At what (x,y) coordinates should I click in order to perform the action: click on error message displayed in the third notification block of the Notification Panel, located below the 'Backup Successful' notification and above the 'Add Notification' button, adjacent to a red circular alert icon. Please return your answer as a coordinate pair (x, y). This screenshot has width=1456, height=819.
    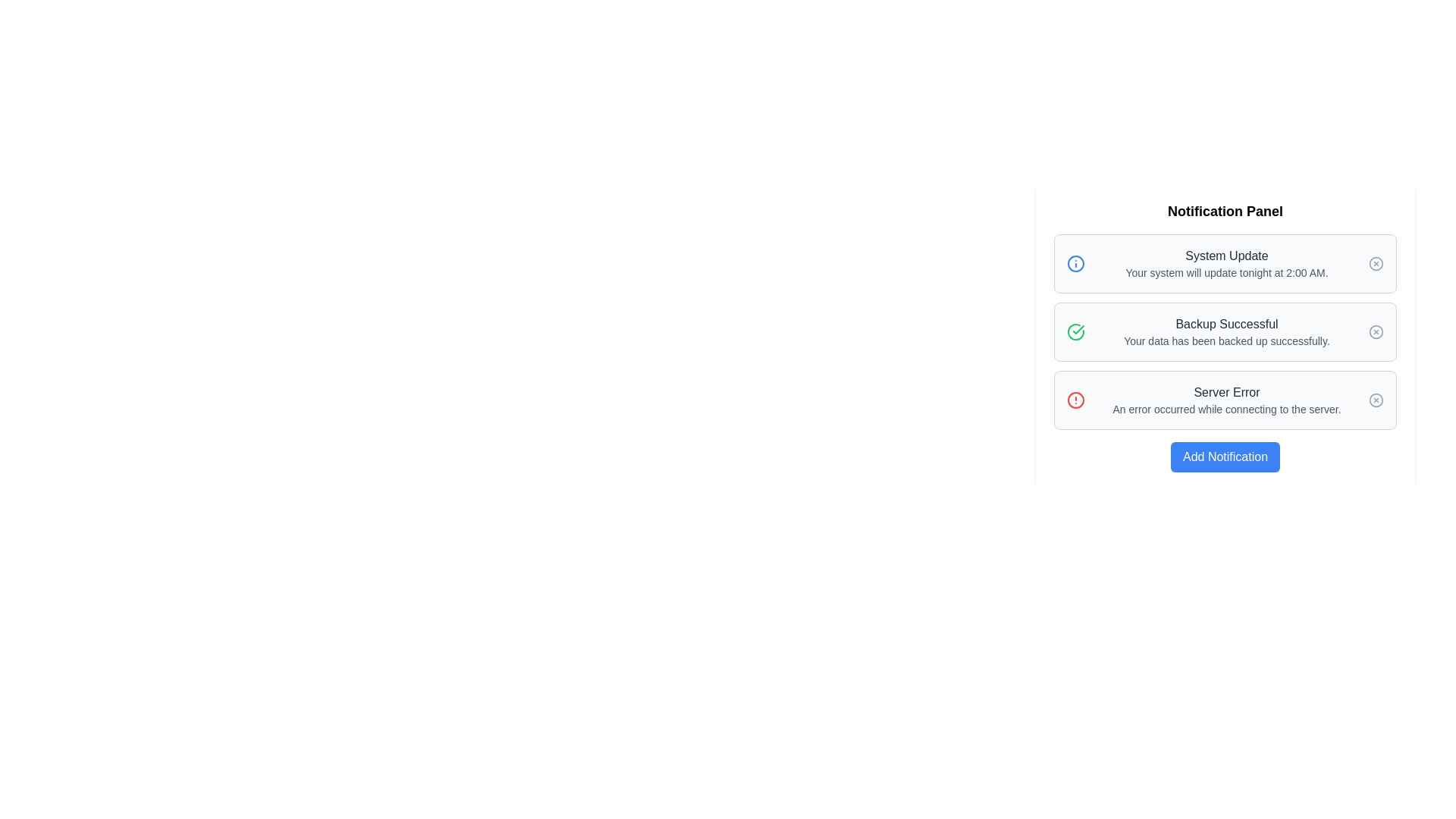
    Looking at the image, I should click on (1226, 400).